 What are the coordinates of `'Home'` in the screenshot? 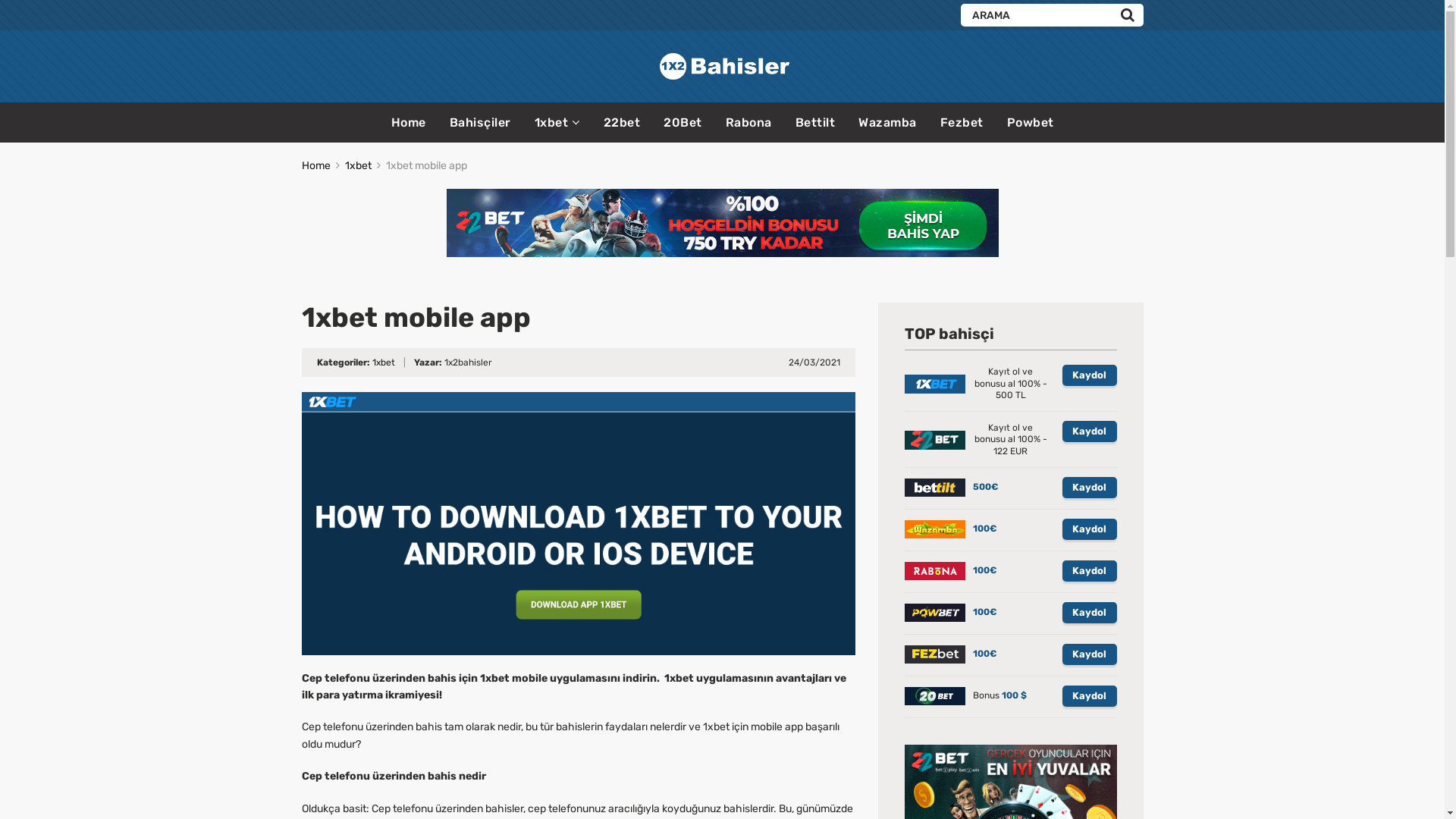 It's located at (408, 122).